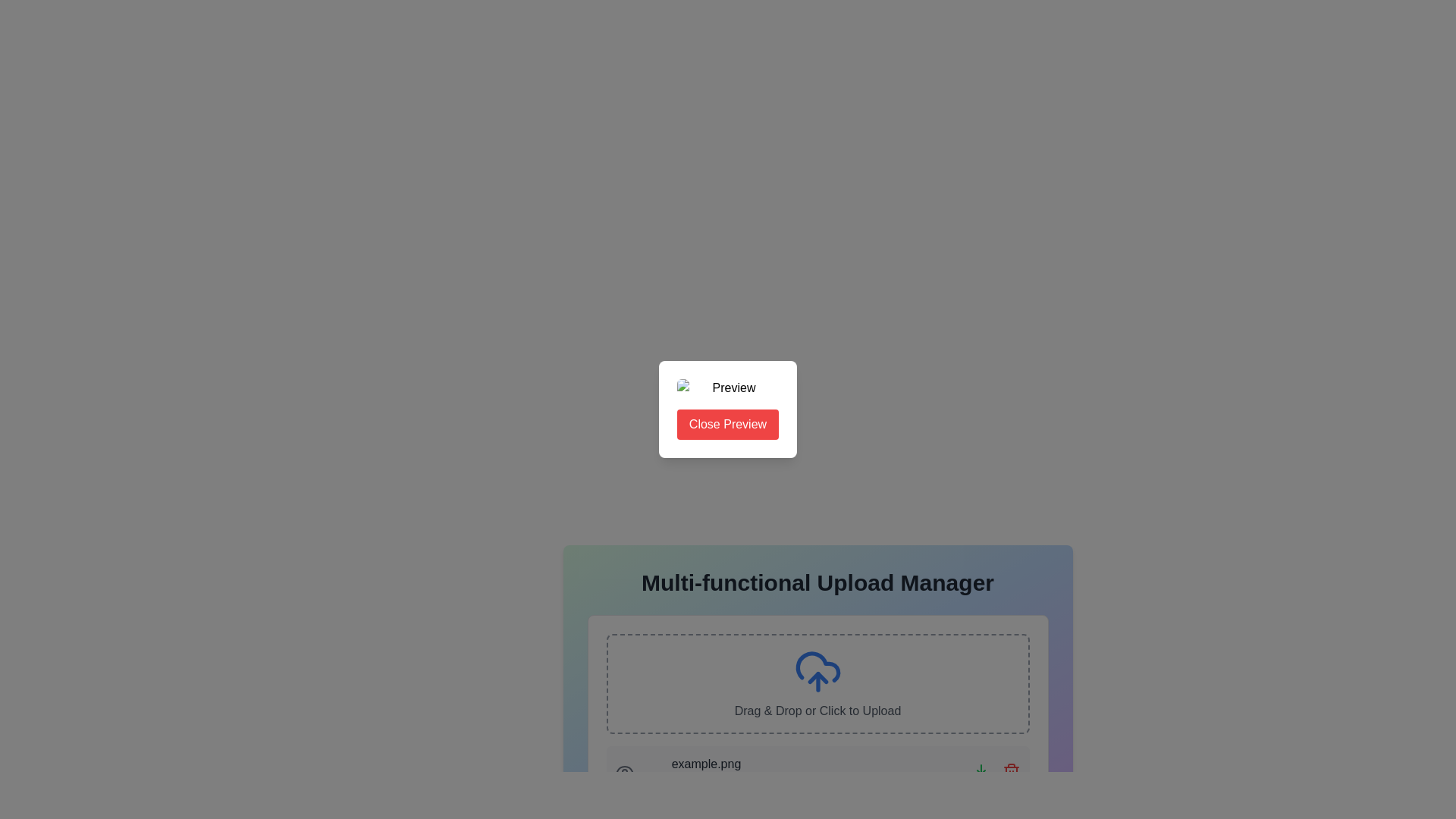  I want to click on text label that displays 'Multi-functional Upload Manager', which is centered and bold within a gradient-colored box, so click(817, 582).